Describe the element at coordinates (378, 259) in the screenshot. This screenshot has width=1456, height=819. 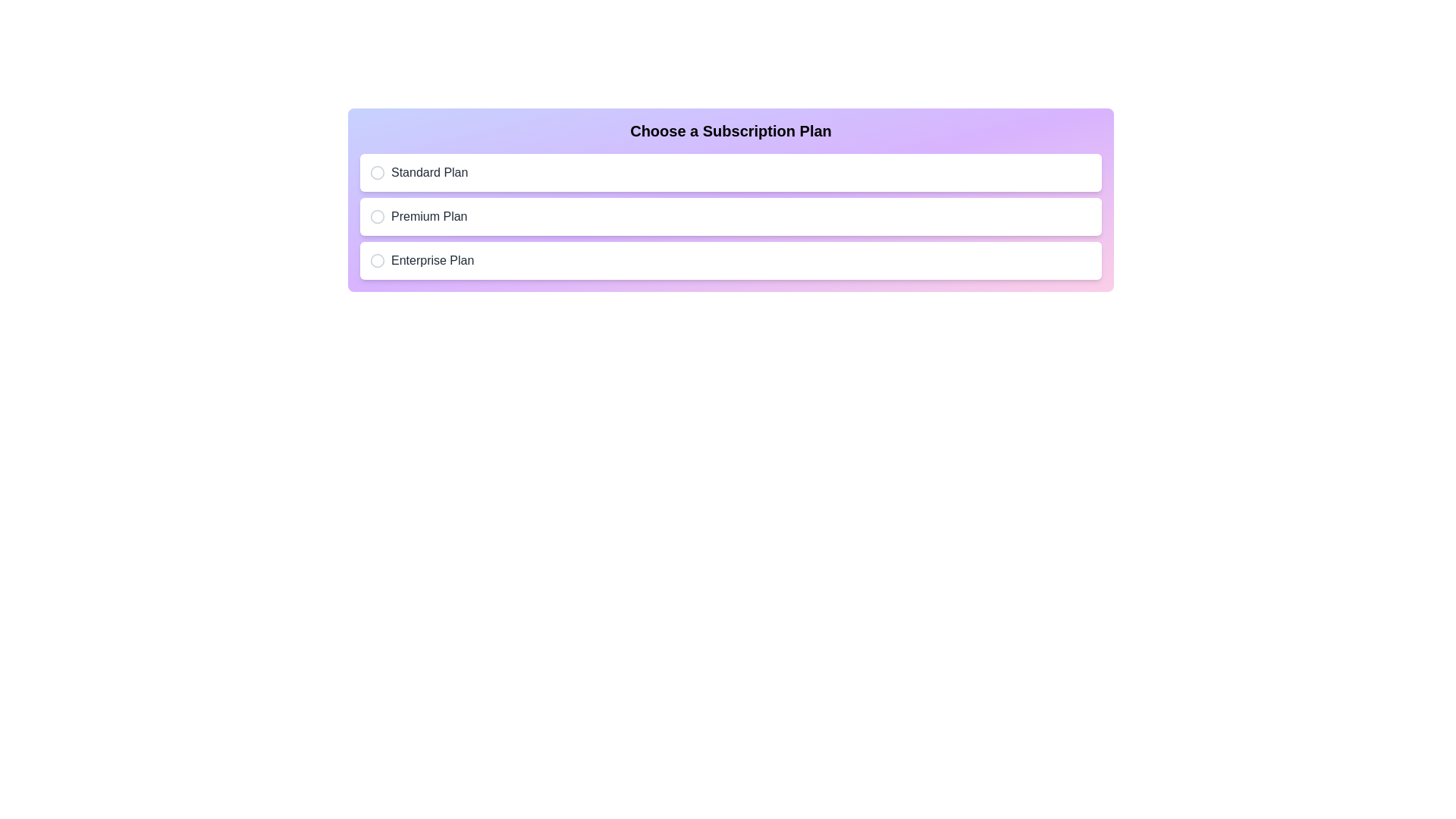
I see `the third radio button labeled 'Enterprise Plan'` at that location.